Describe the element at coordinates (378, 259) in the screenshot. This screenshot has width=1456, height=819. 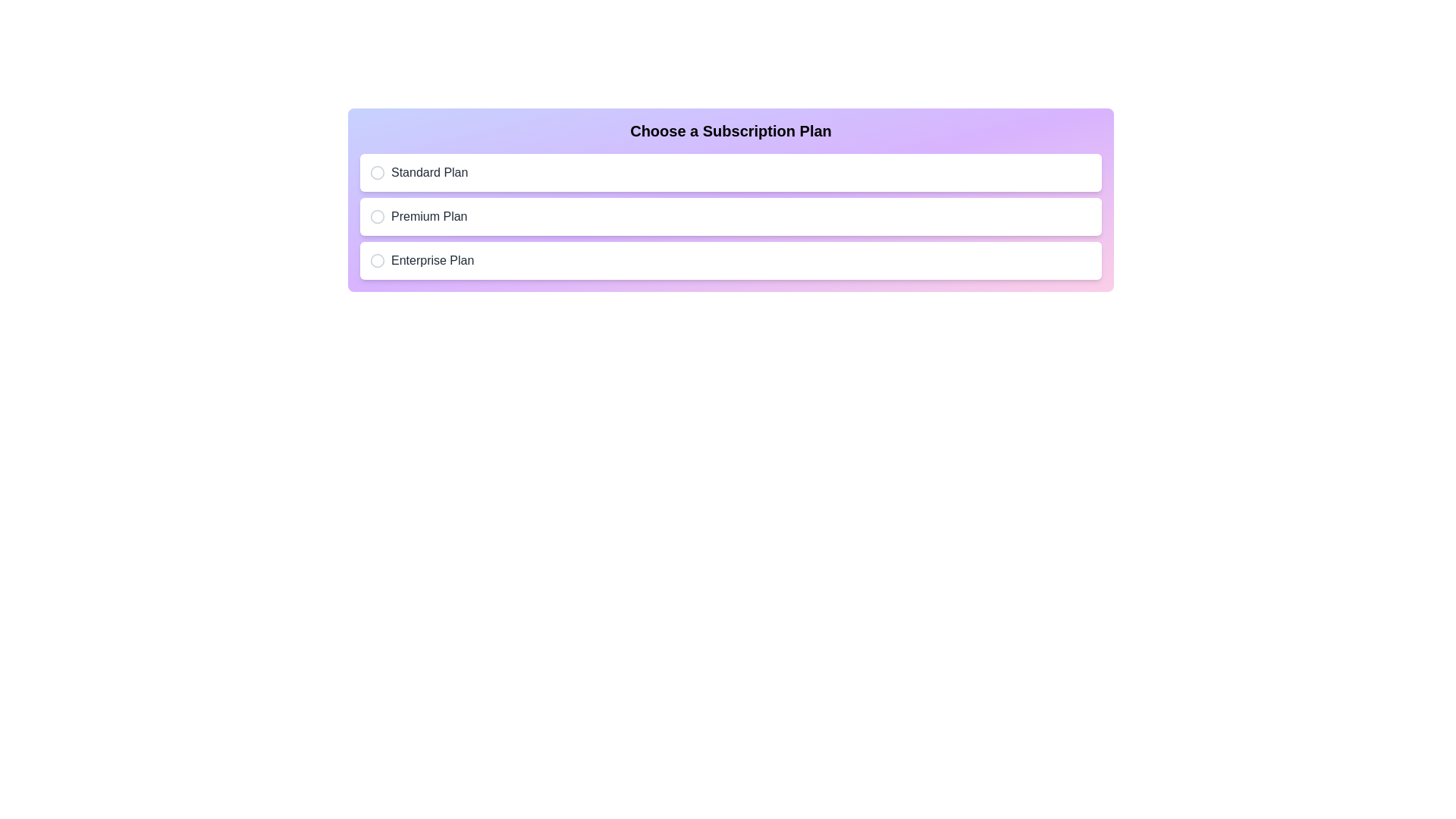
I see `the third radio button labeled 'Enterprise Plan'` at that location.